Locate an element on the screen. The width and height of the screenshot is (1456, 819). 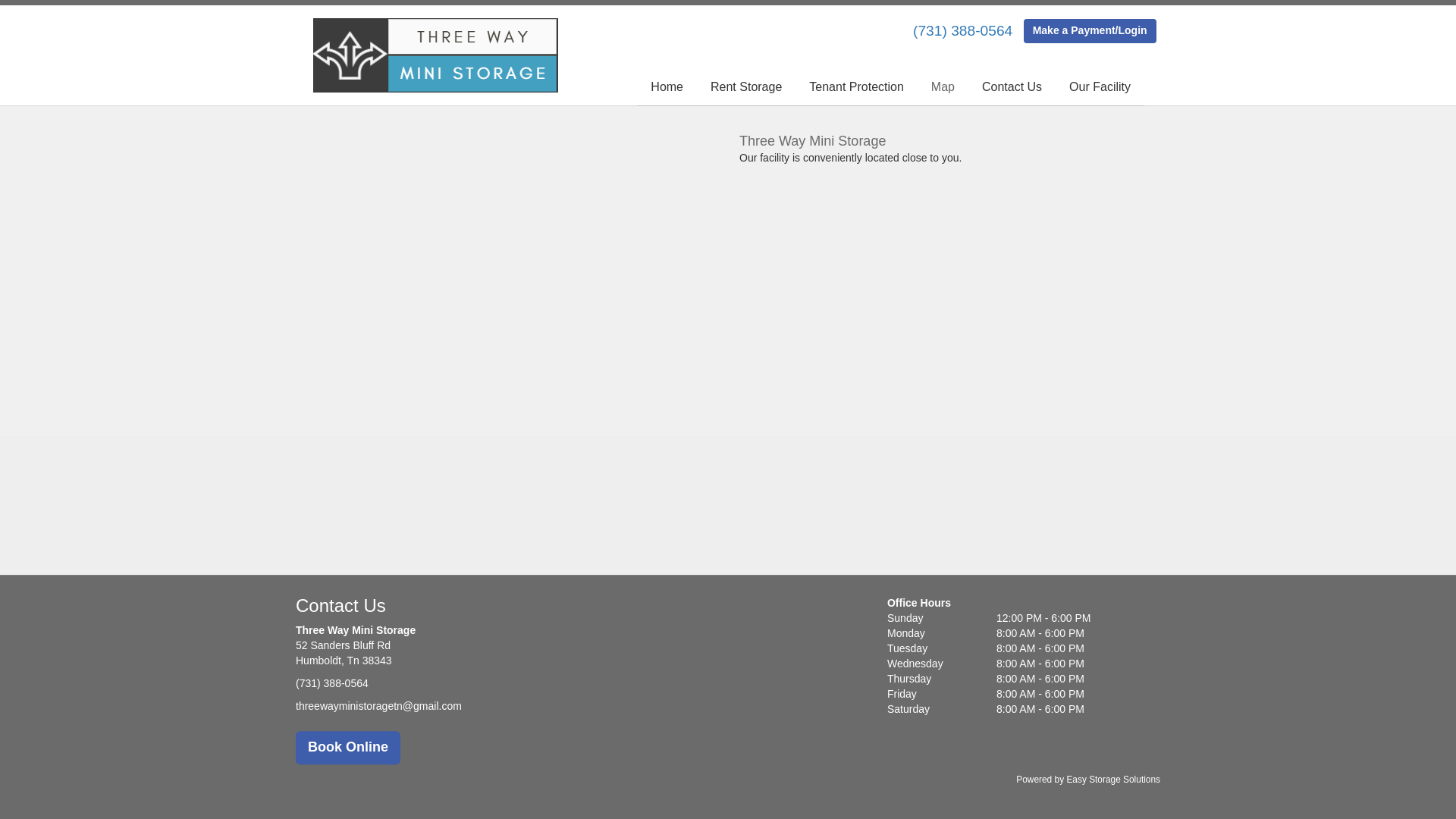
'Book Online' is located at coordinates (347, 747).